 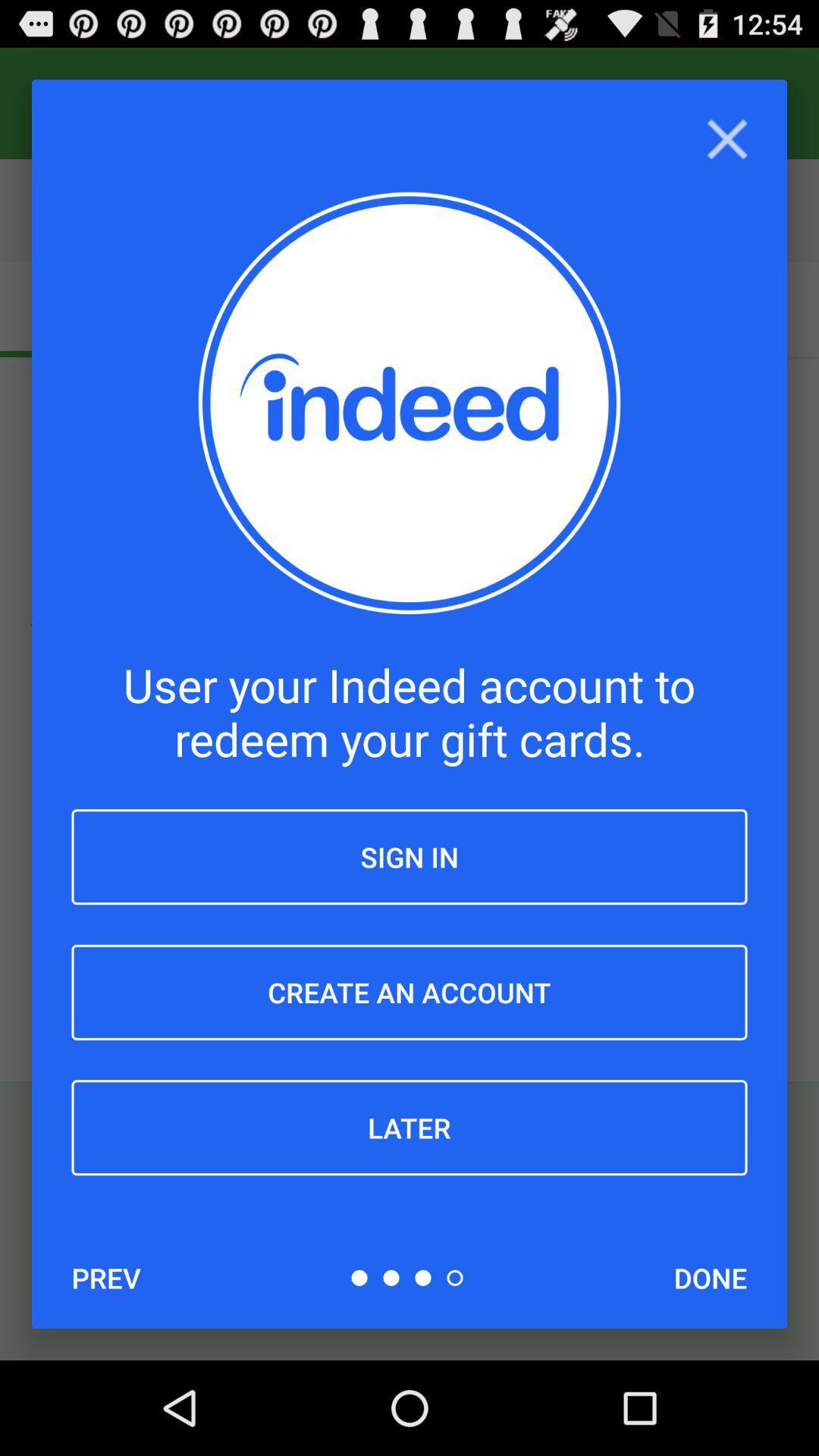 I want to click on the icon below the later item, so click(x=711, y=1277).